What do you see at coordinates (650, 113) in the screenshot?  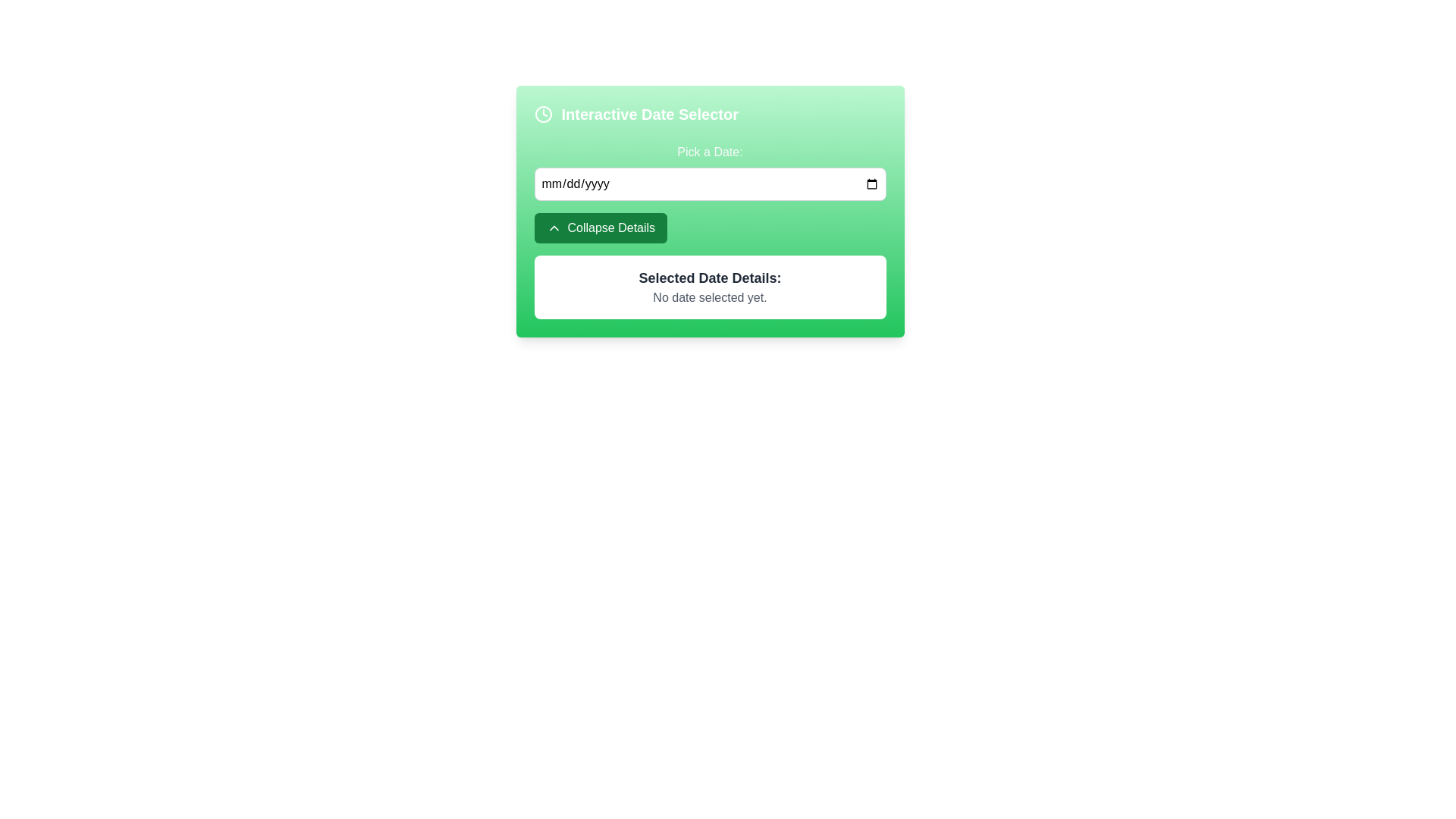 I see `the text label displaying 'Interactive Date Selector', which is styled in a large, bold white font against a green background, located in the top-left part of the widget card` at bounding box center [650, 113].